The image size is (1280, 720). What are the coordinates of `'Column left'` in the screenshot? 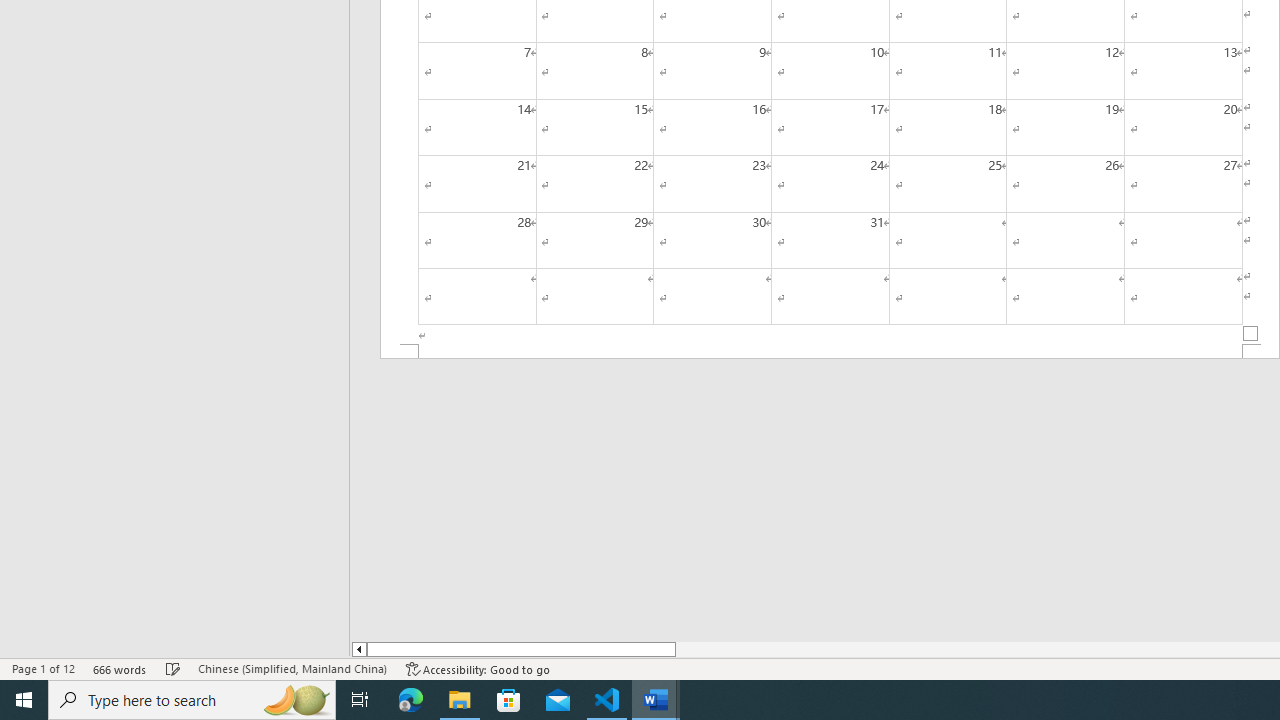 It's located at (358, 649).